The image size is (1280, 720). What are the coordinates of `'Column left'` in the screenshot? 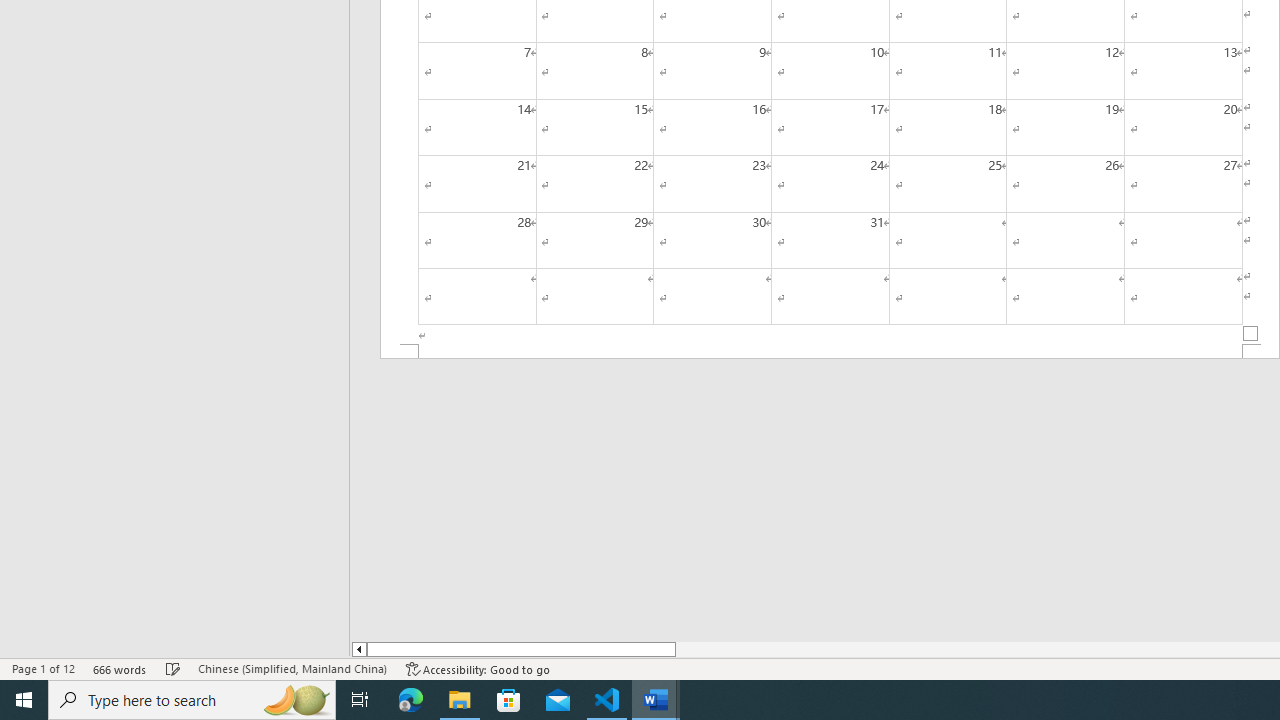 It's located at (358, 649).